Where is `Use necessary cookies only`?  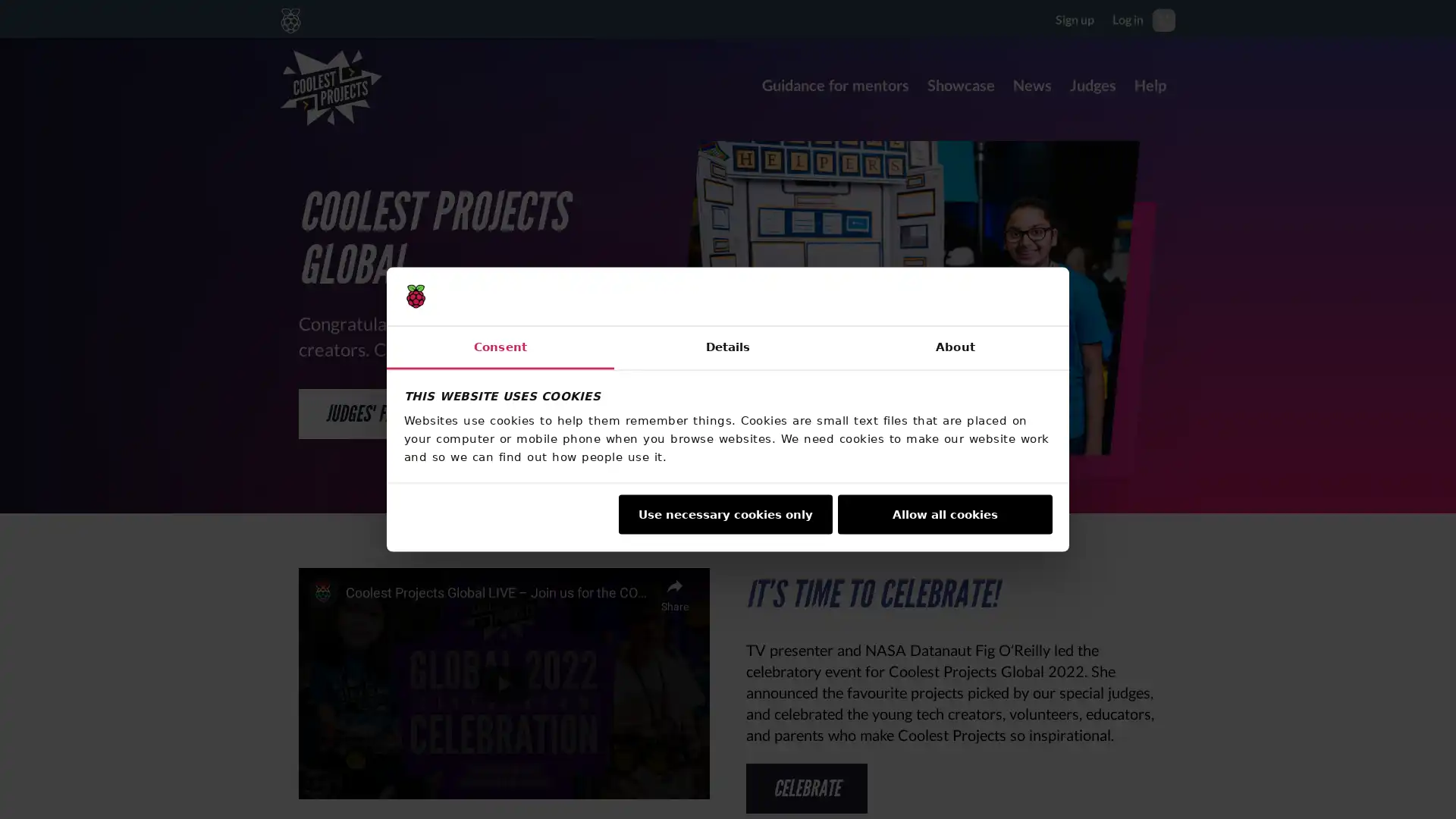 Use necessary cookies only is located at coordinates (723, 513).